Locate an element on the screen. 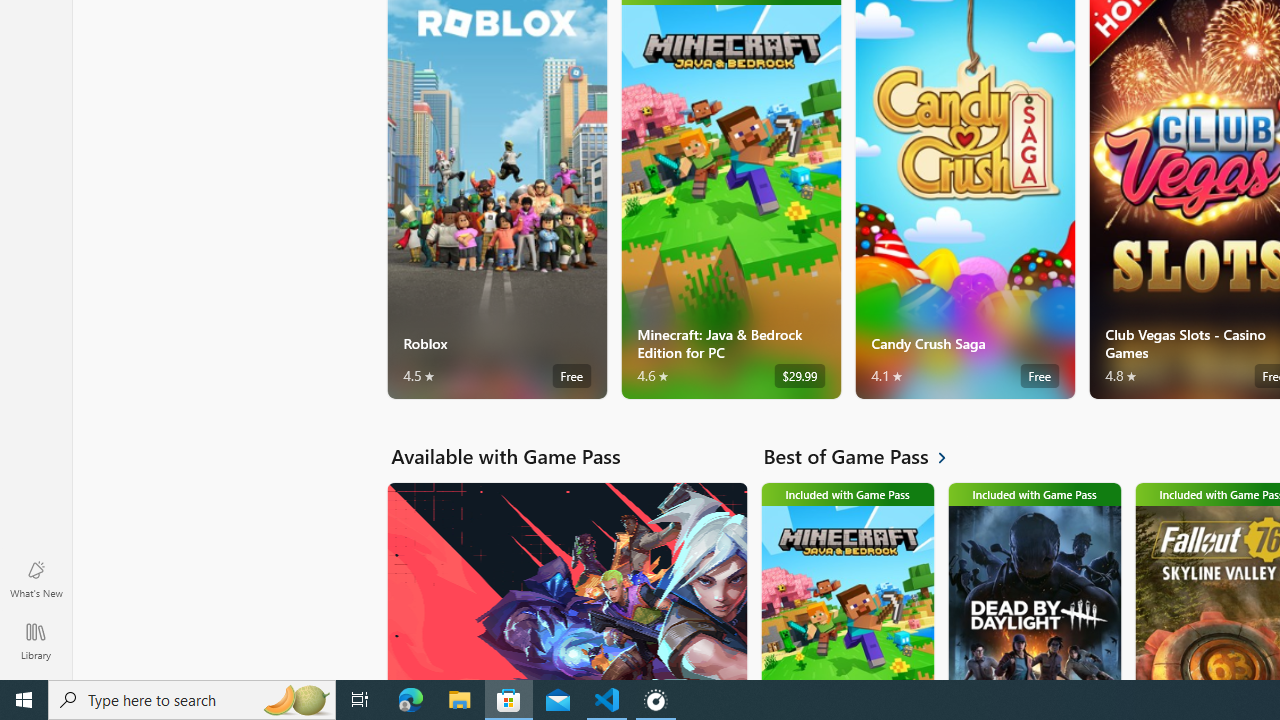 The image size is (1280, 720). 'Available with Game Pass. VALORANT' is located at coordinates (566, 580).